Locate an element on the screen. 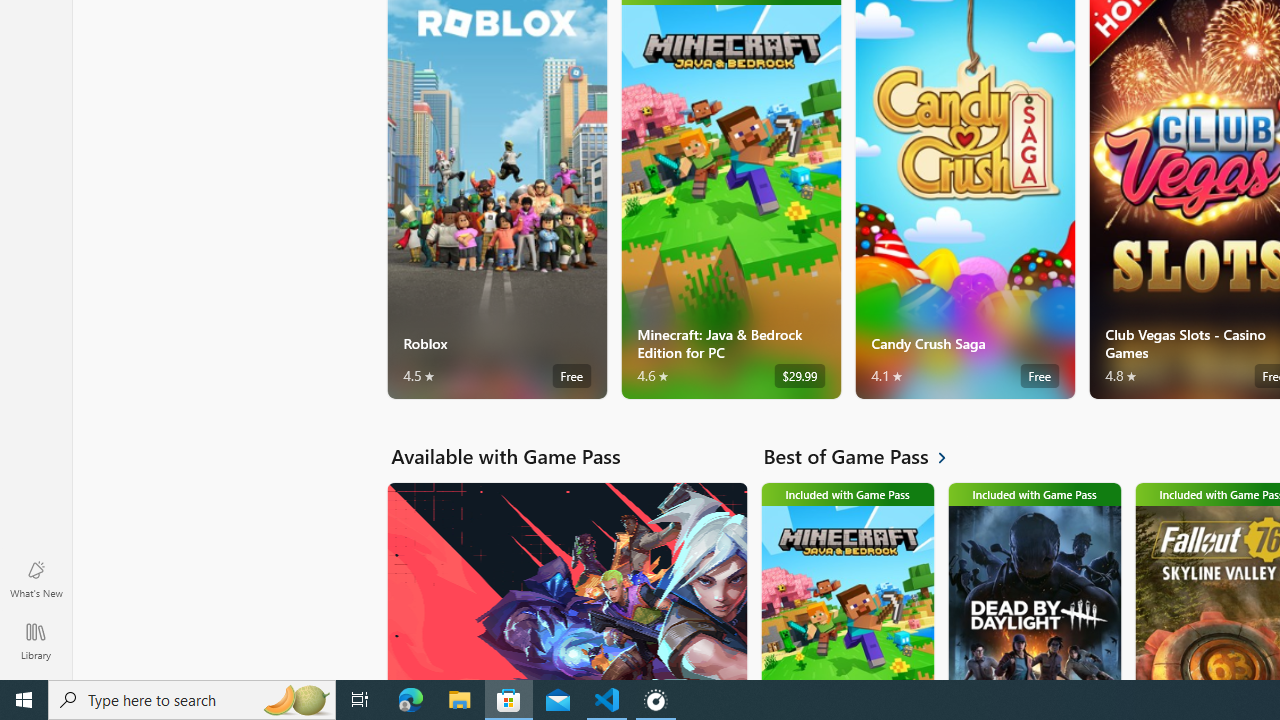 The image size is (1280, 720). 'Available with Game Pass. VALORANT' is located at coordinates (566, 580).